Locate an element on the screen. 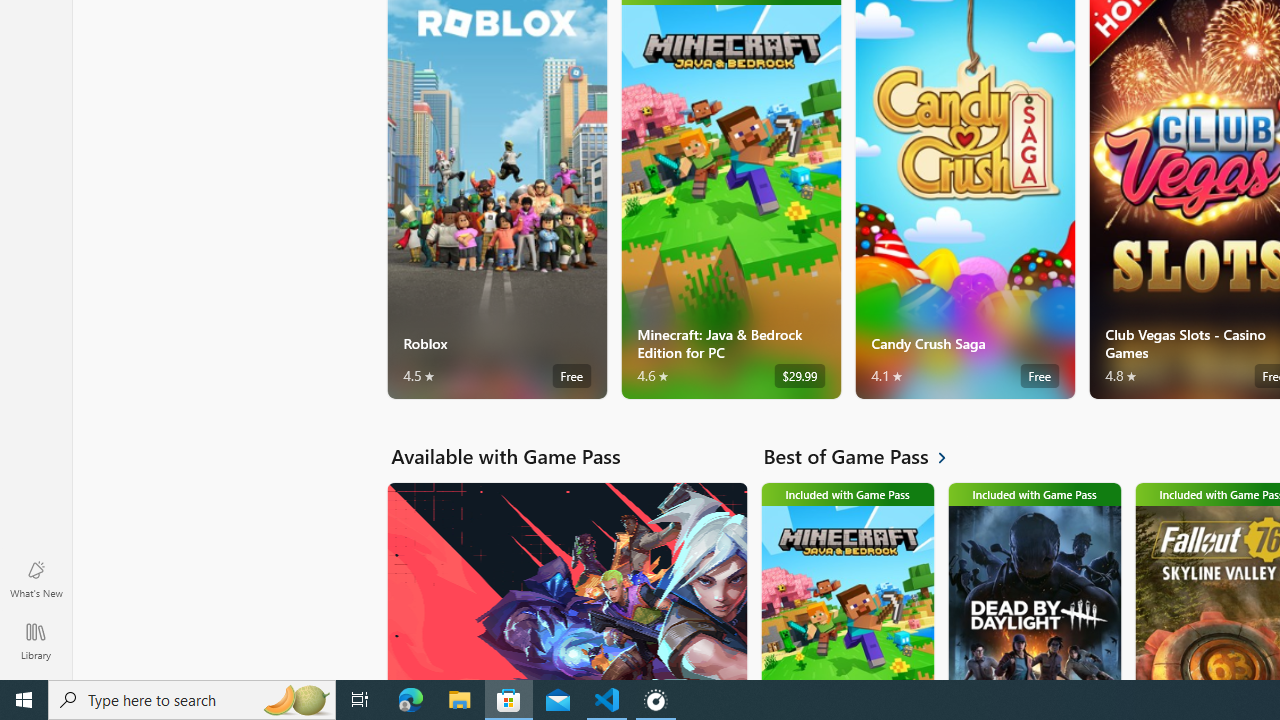 The image size is (1280, 720). 'Available with Game Pass. VALORANT' is located at coordinates (566, 580).